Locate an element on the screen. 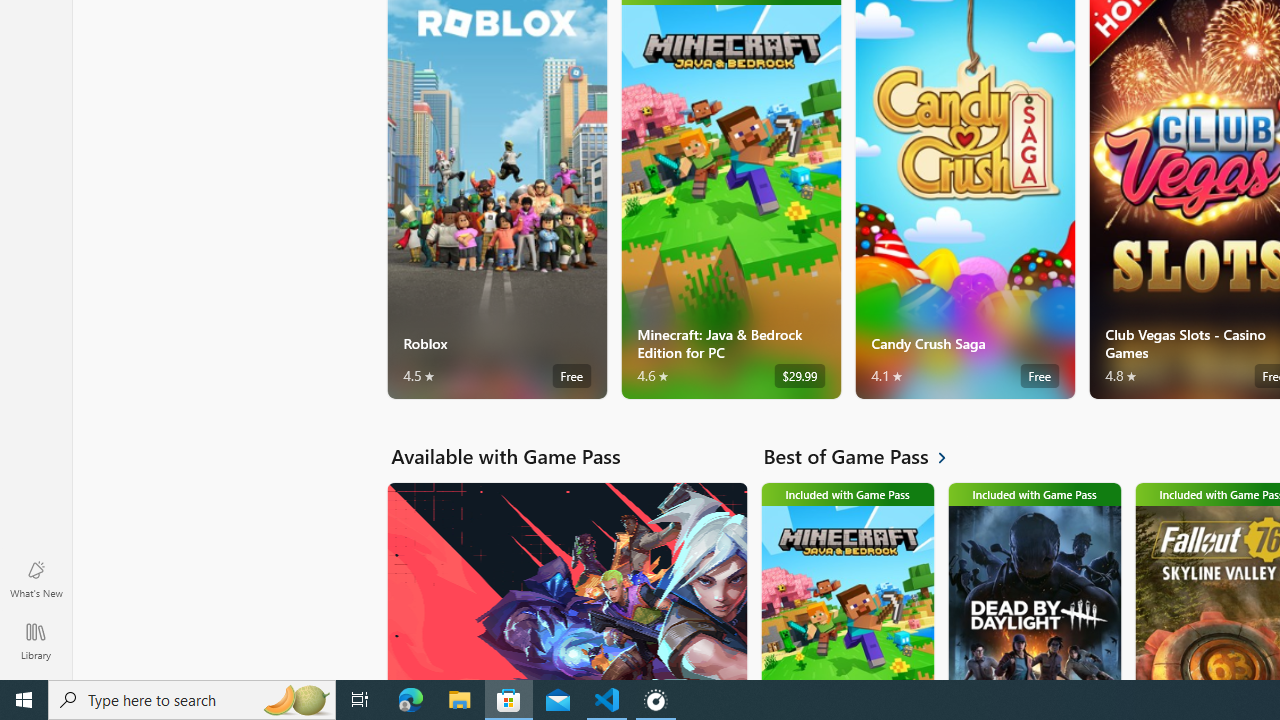 The image size is (1280, 720). 'Available with Game Pass. VALORANT' is located at coordinates (566, 580).